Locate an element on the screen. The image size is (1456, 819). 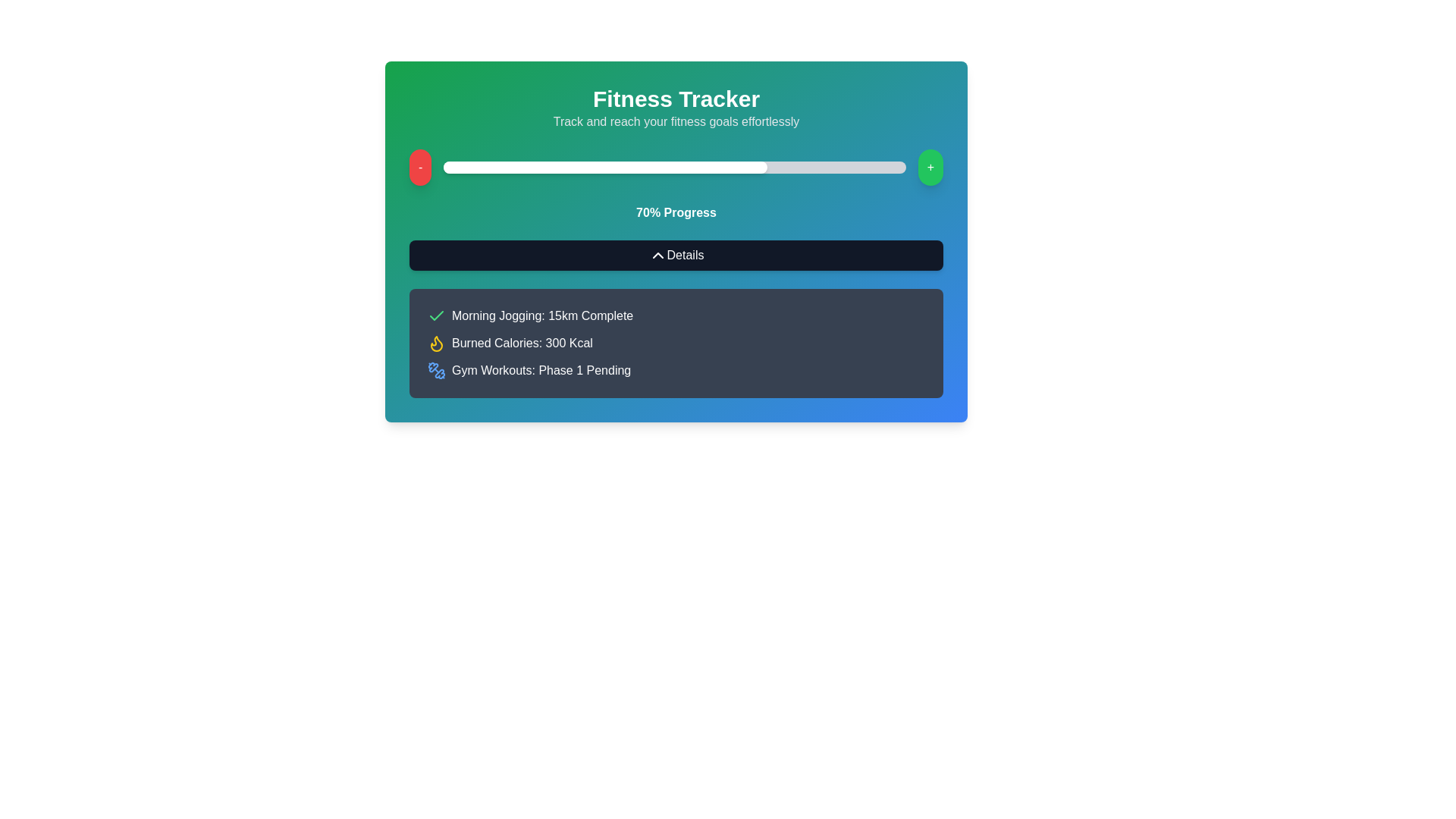
progress is located at coordinates (665, 167).